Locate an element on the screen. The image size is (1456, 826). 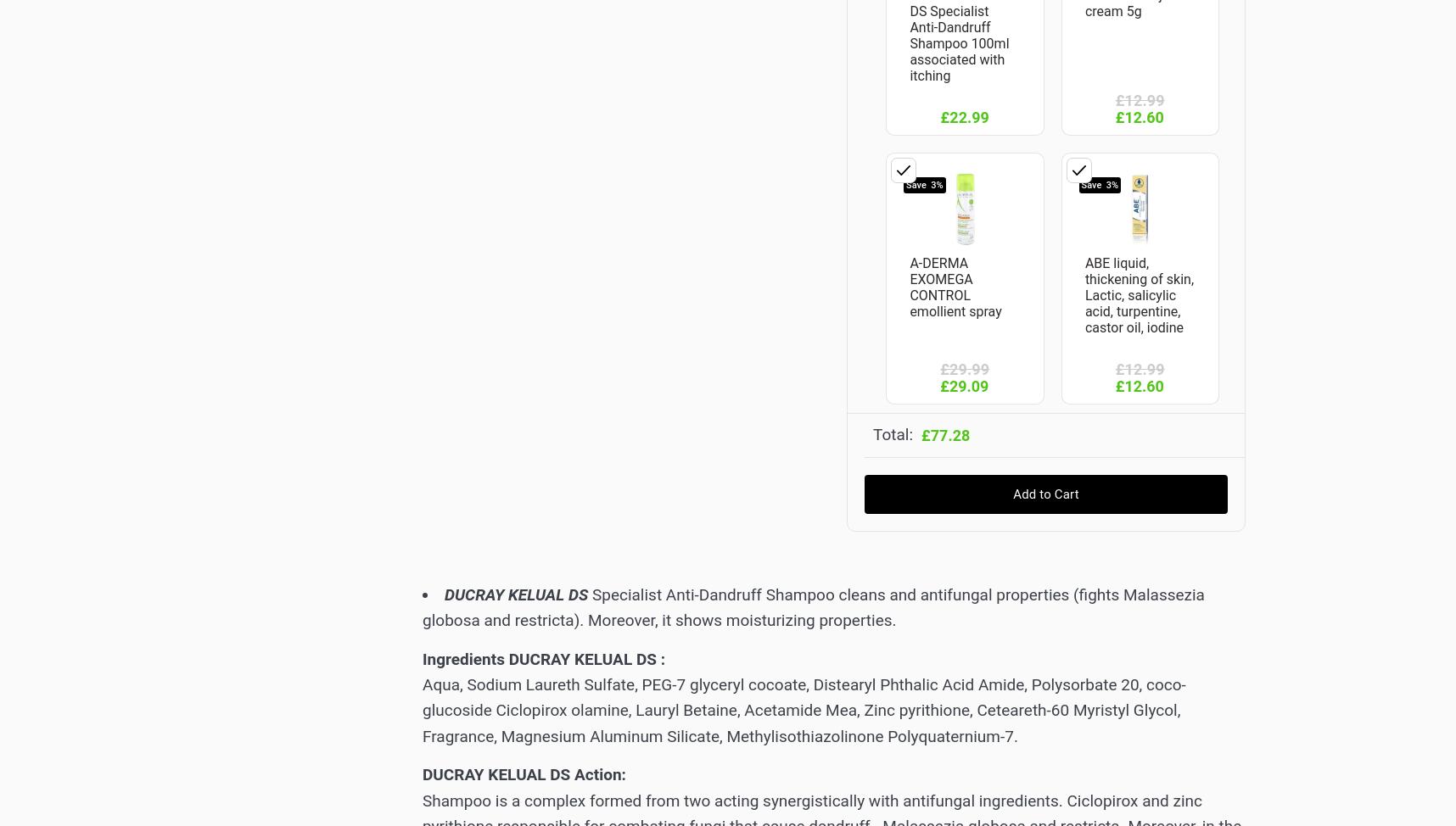
'Aqua, Sodium Laureth Sulfate, PEG-7 glyceryl cocoate, Distearyl Phthalic Acid Amide, Polysorbate 20, coco-glucoside Ciclopirox olamine, Lauryl Betaine, Acetamide Mea, Zinc pyrithione, Ceteareth-60 Myristyl Glycol, Fragrance, Magnesium Aluminum Silicate, Methylisothiazolinone Polyquaternium-7.' is located at coordinates (803, 710).